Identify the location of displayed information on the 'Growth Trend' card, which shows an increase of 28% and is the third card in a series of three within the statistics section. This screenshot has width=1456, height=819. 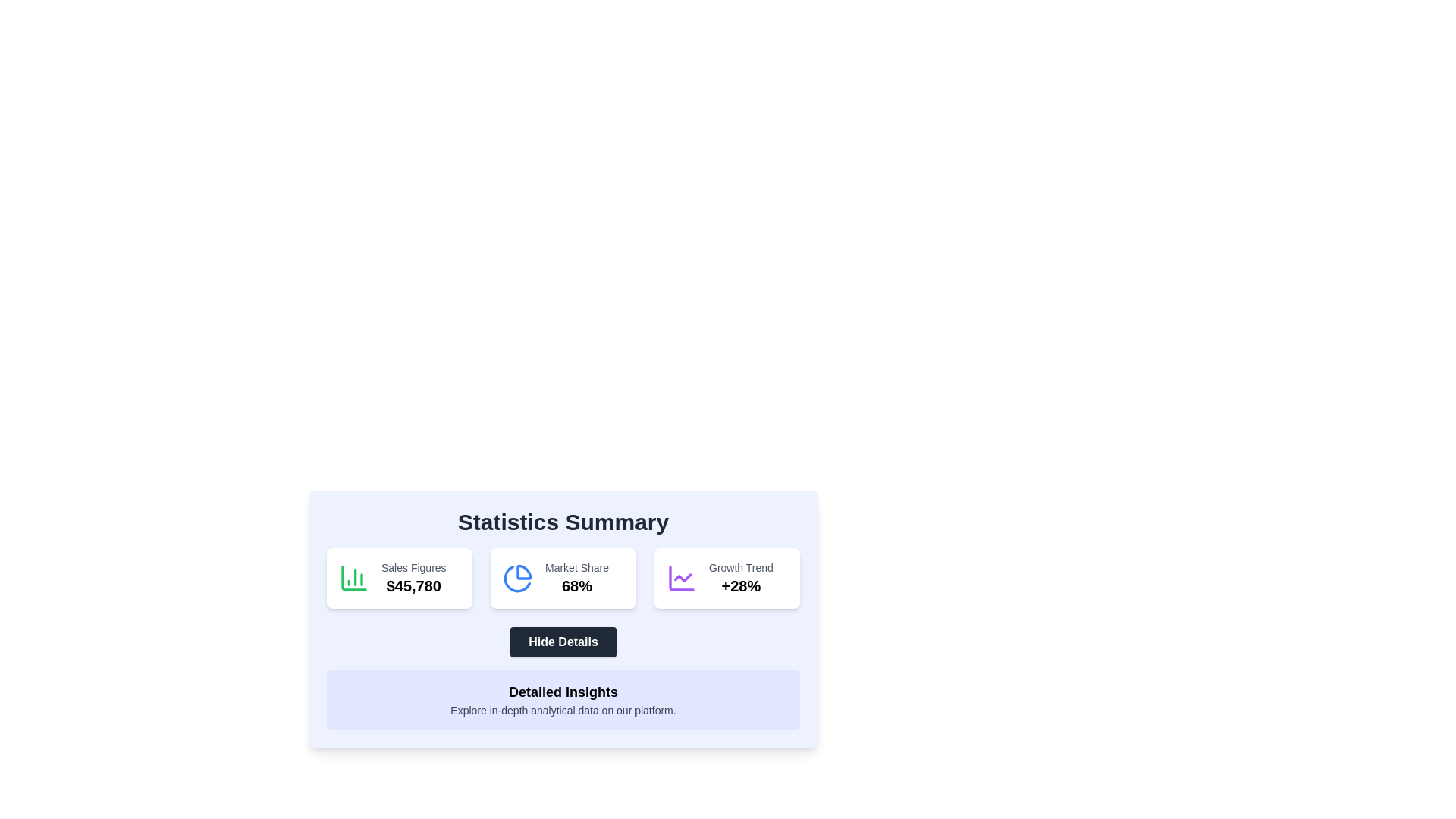
(726, 579).